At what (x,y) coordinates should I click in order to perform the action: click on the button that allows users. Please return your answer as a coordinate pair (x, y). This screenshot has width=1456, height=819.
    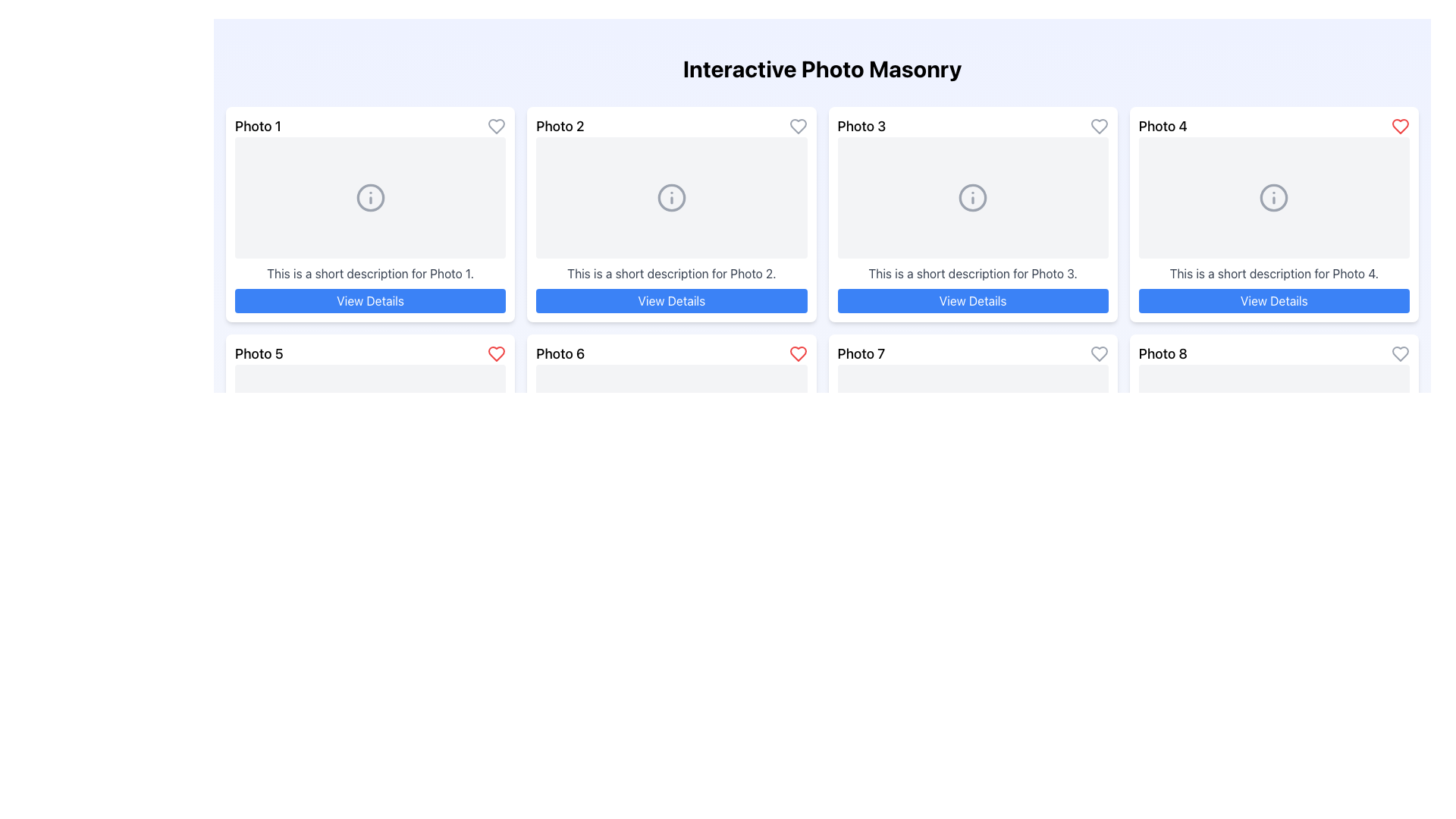
    Looking at the image, I should click on (1274, 301).